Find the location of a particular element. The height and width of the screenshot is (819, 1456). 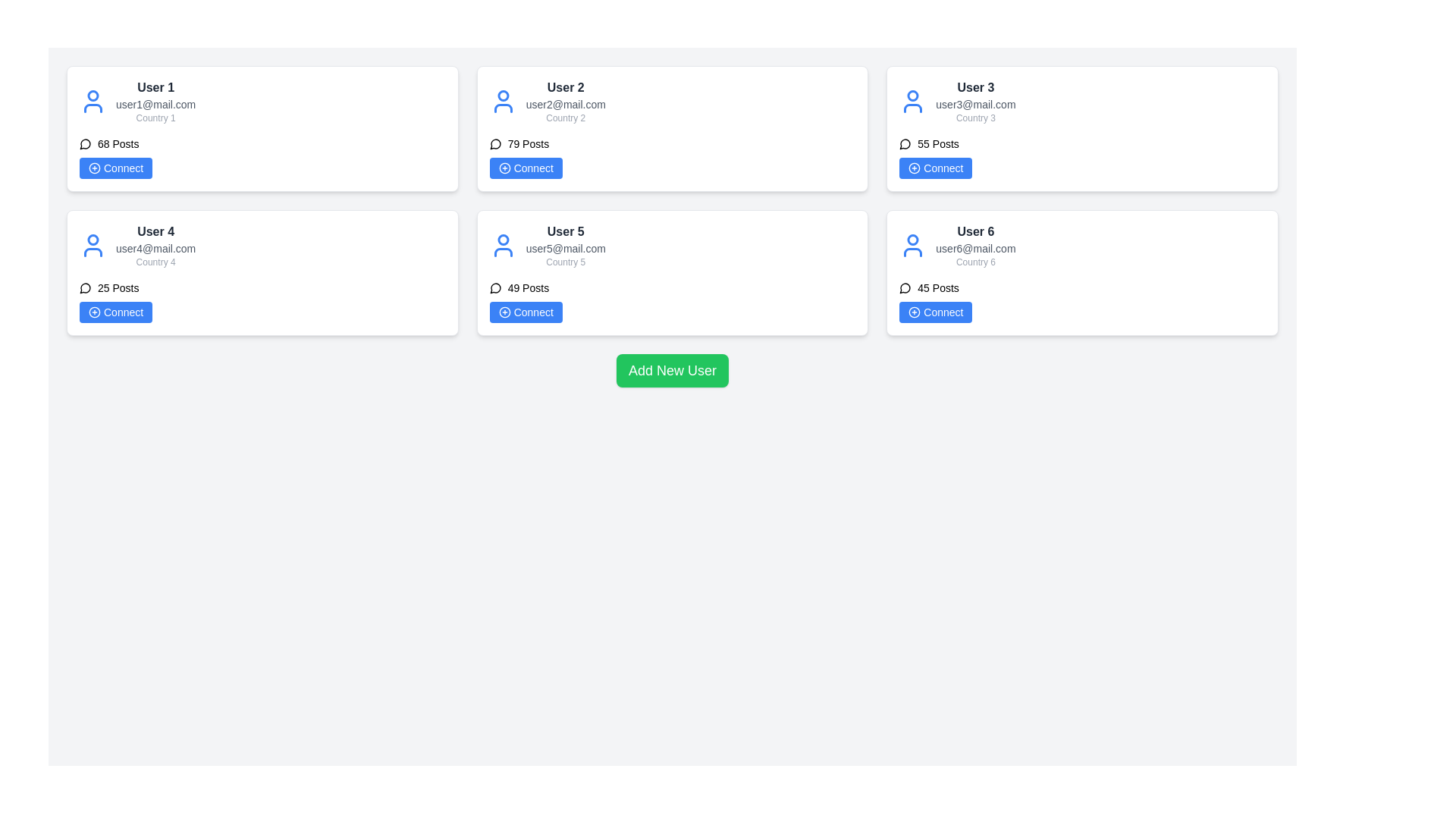

the circular part of the user profile icon representing User 4, located at the top-left section of the card is located at coordinates (93, 239).